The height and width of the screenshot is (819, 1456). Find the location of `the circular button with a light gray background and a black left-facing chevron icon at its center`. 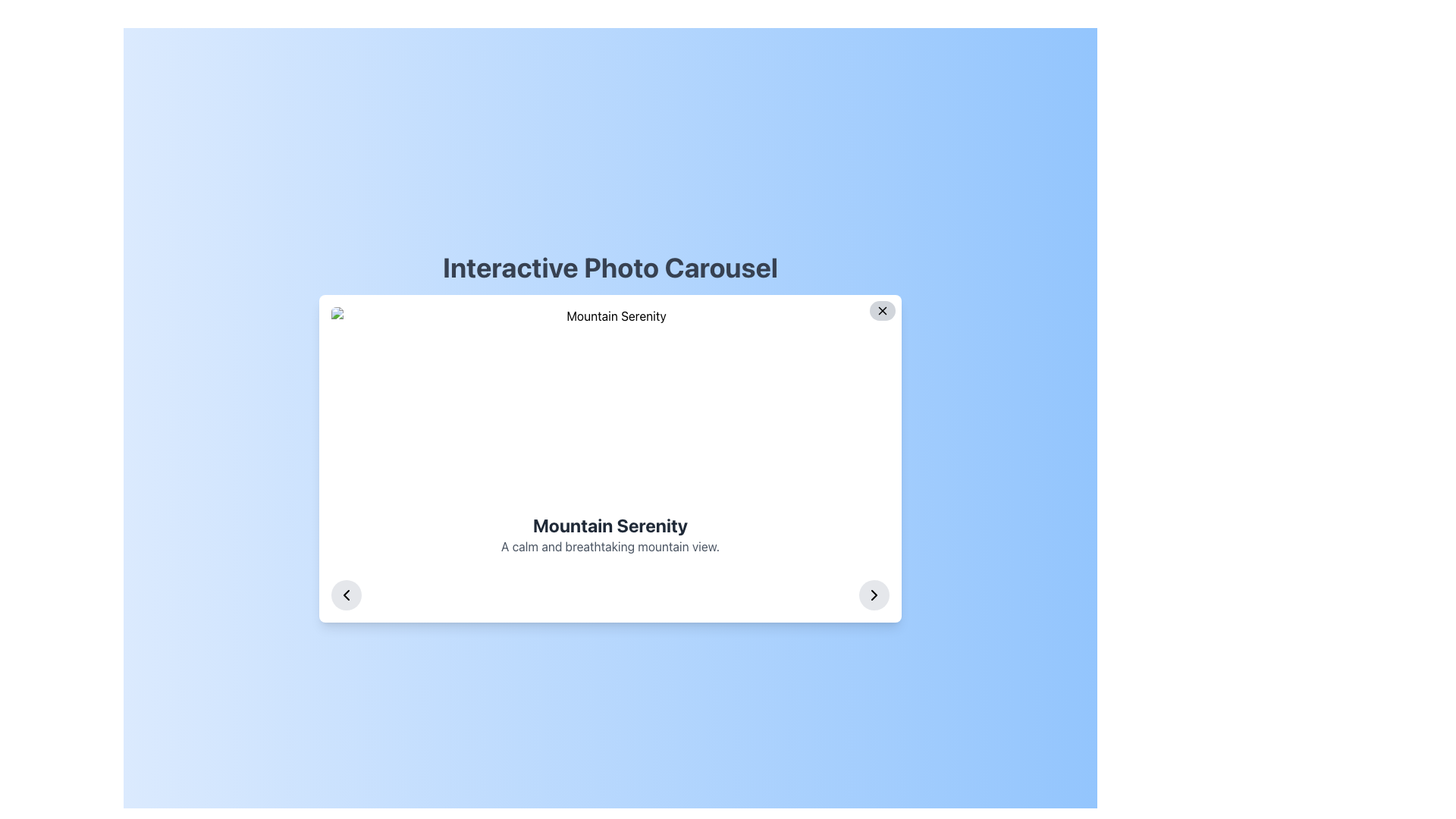

the circular button with a light gray background and a black left-facing chevron icon at its center is located at coordinates (345, 595).